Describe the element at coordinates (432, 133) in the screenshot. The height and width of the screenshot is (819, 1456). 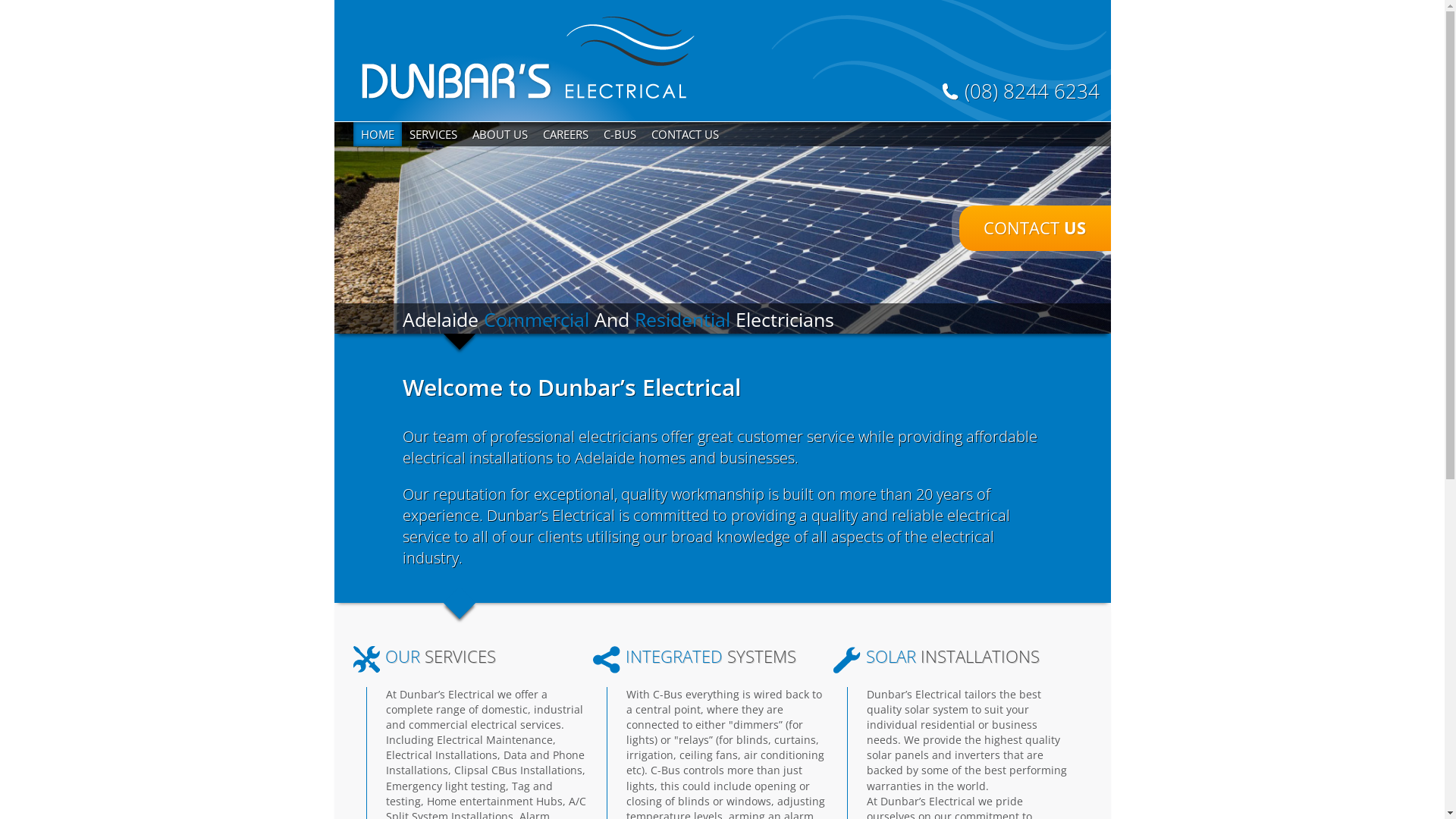
I see `'SERVICES'` at that location.